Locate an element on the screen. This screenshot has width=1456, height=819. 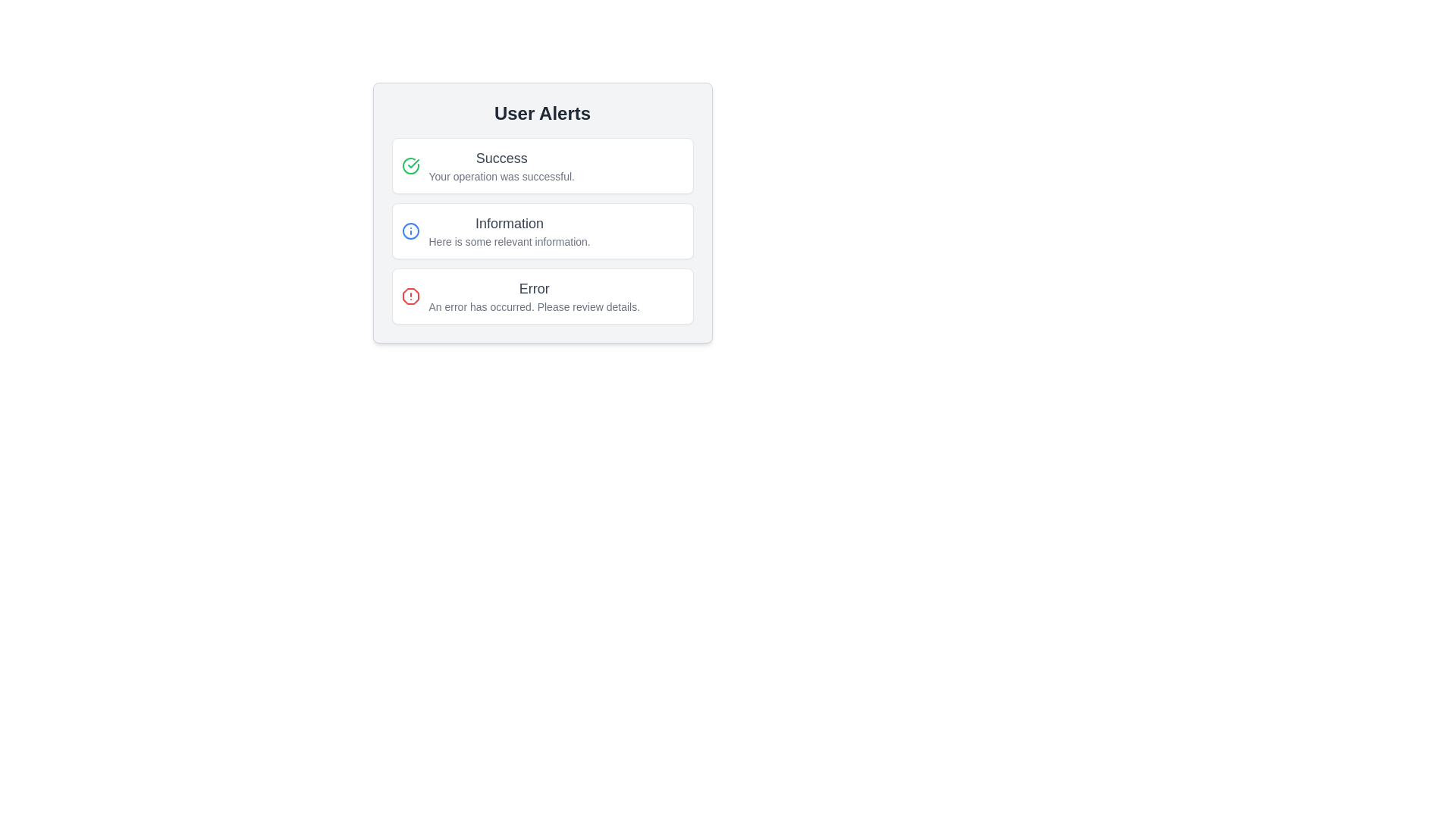
the Text Label element containing the text 'Information' which is styled in bold gray font and located in the second alert box of the 'User Alerts' section is located at coordinates (510, 223).